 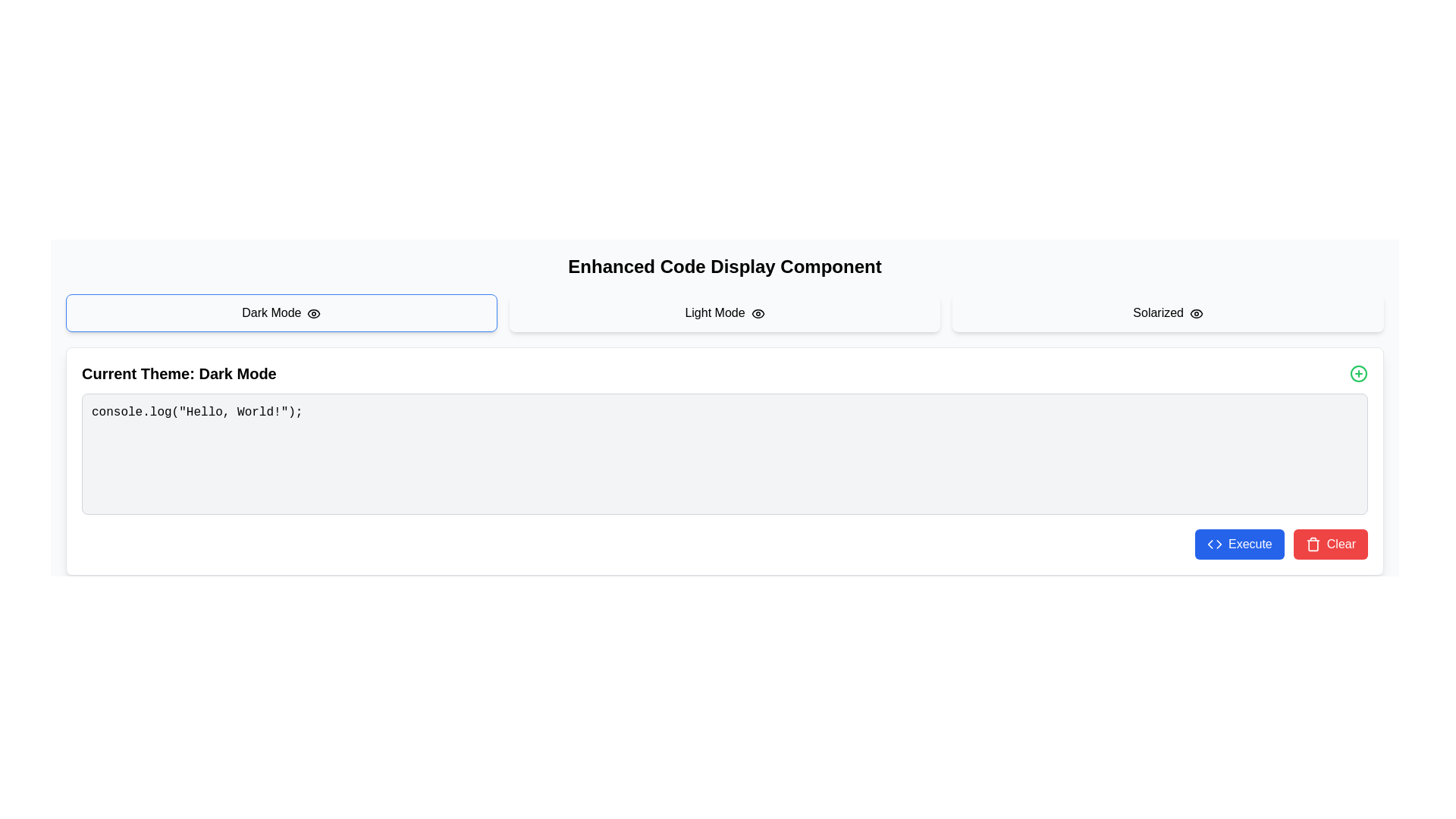 What do you see at coordinates (723, 312) in the screenshot?
I see `the 'Light Mode' button, which is a rectangular button with rounded borders and an eye icon, located in the middle of a three-button grid` at bounding box center [723, 312].